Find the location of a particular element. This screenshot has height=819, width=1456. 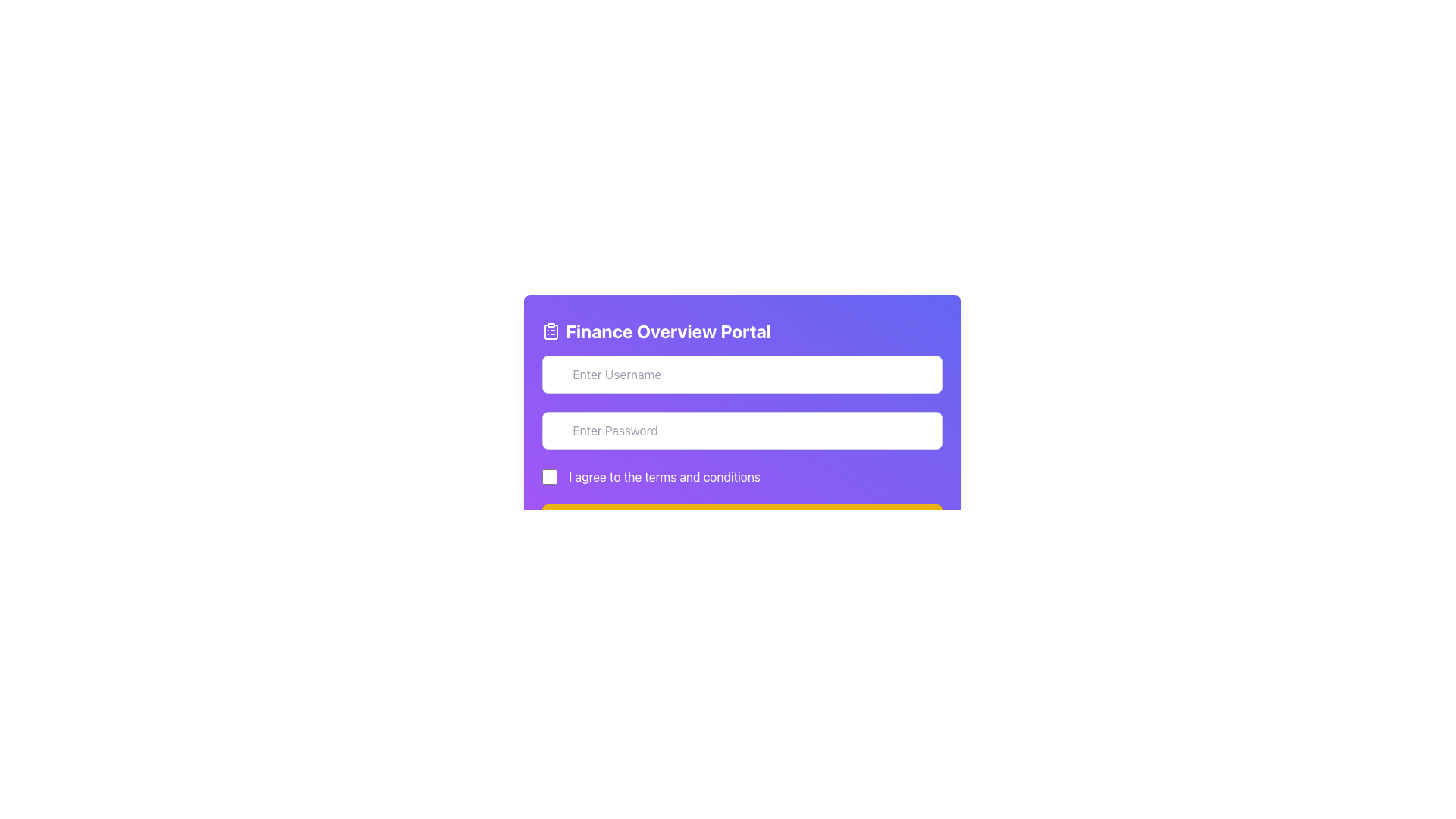

the clipboard icon styled in white with a bold outline, positioned at the far left of the 'Finance Overview Portal' title within a purple header is located at coordinates (550, 330).